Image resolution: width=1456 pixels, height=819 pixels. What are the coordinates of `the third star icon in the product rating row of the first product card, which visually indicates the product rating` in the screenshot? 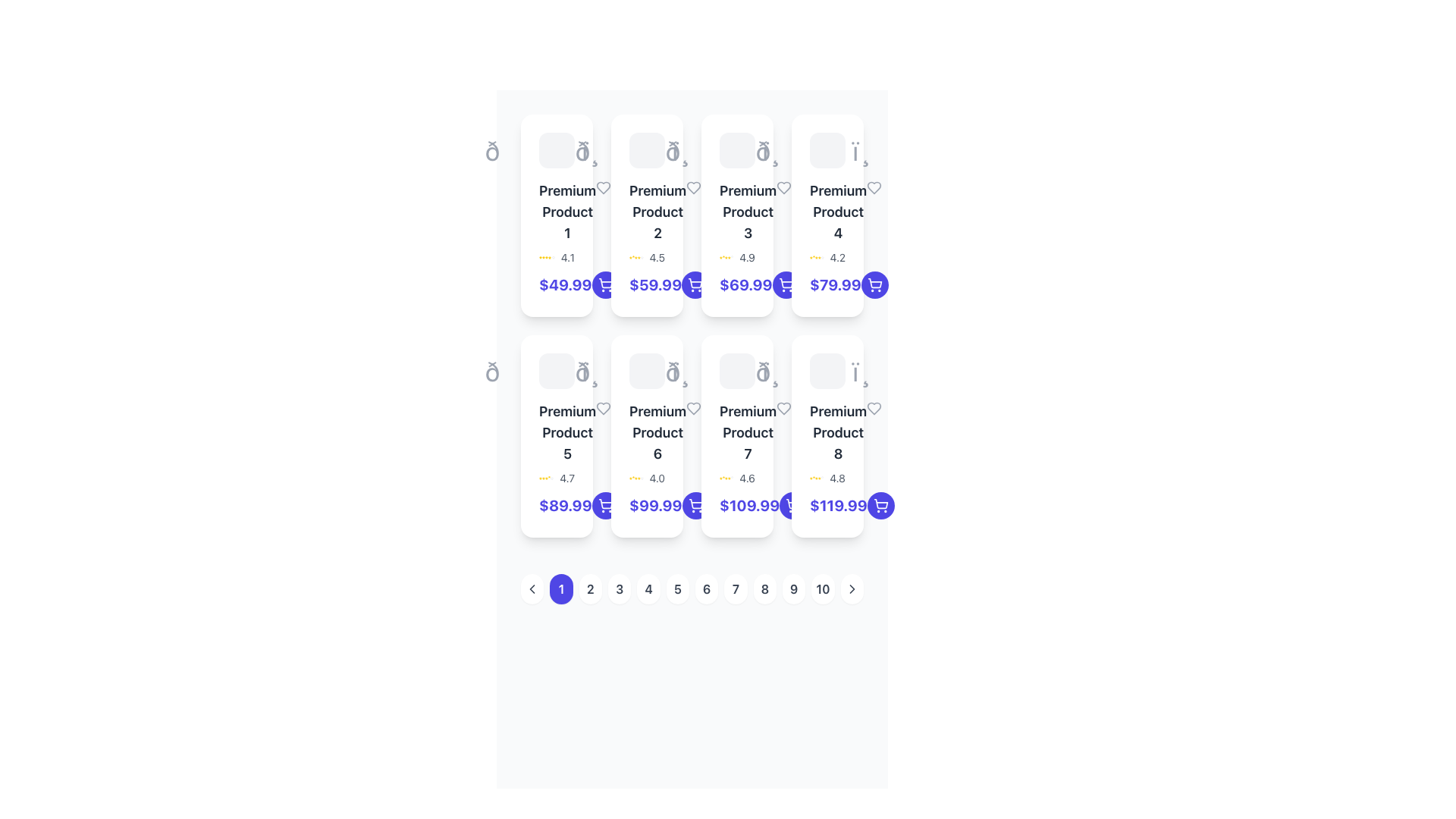 It's located at (546, 256).